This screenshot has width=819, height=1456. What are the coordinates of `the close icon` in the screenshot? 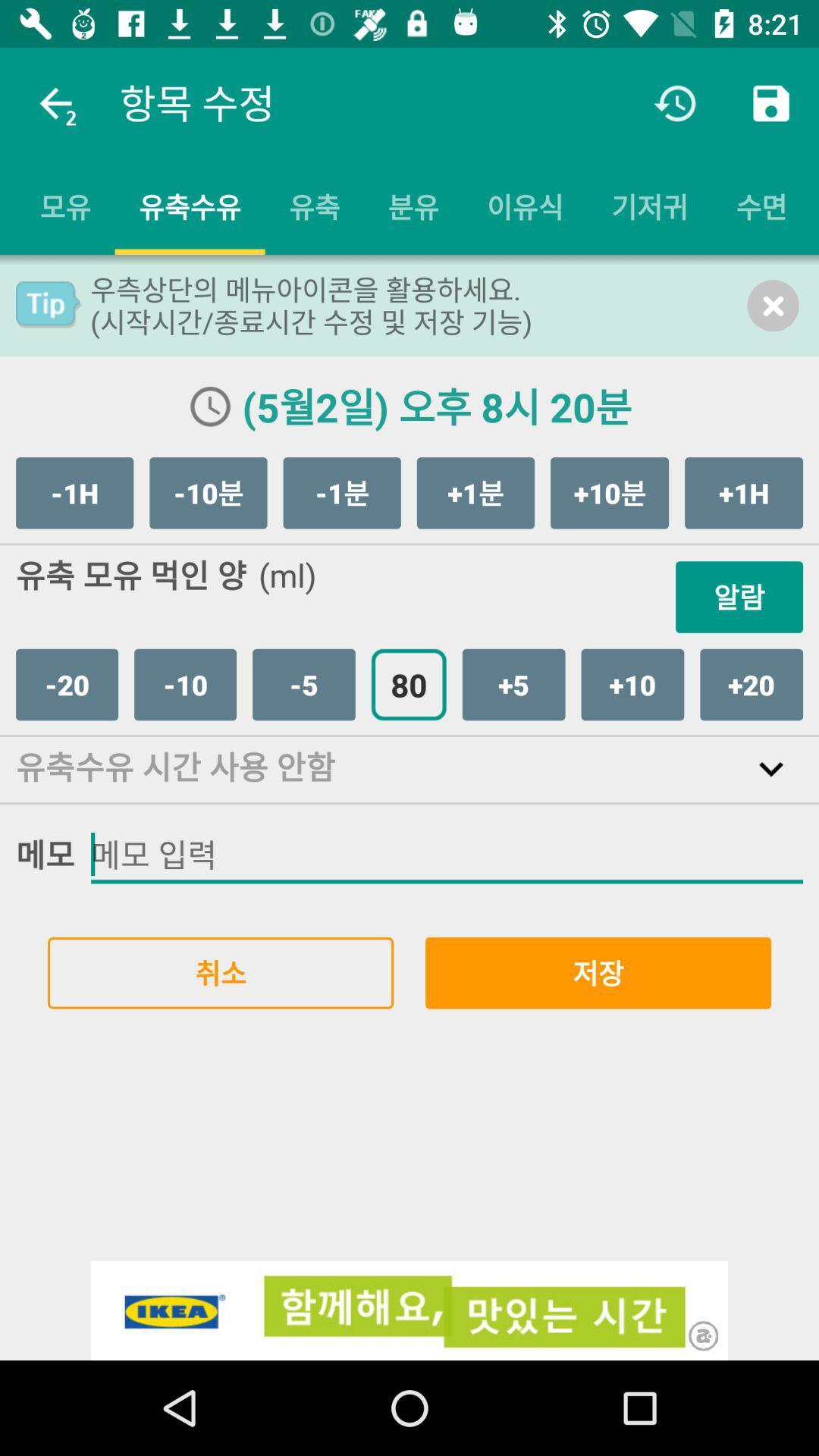 It's located at (773, 305).